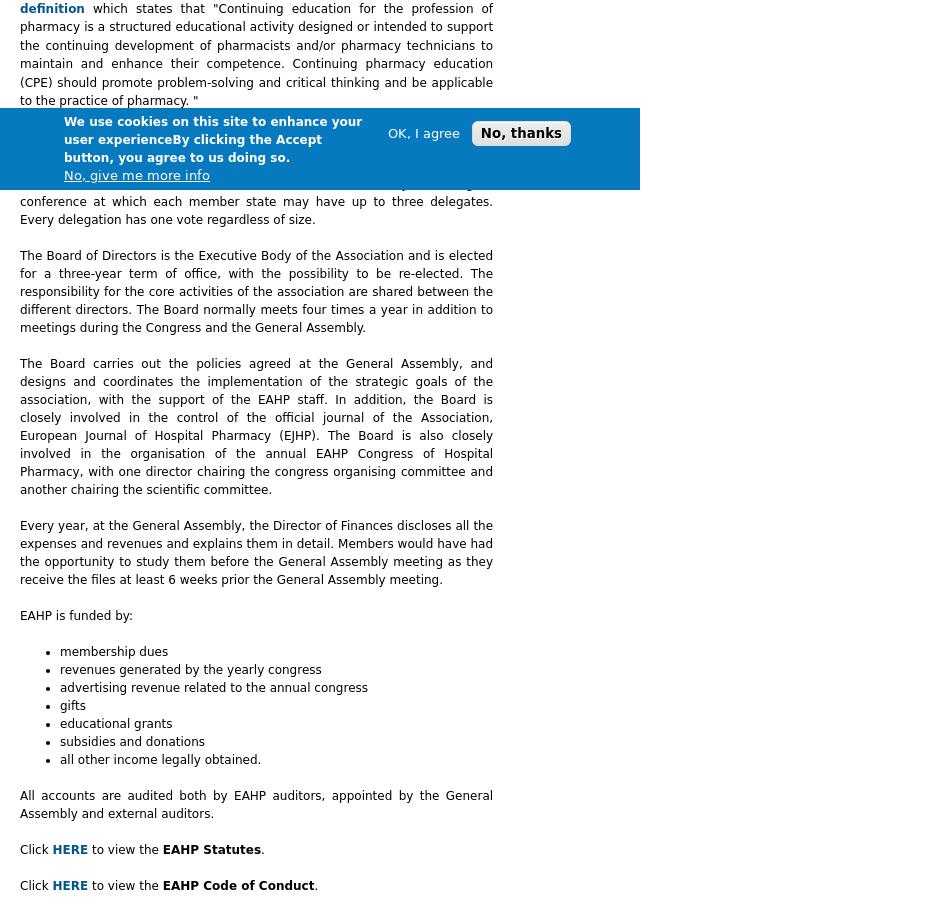 The image size is (930, 905). Describe the element at coordinates (423, 132) in the screenshot. I see `'OK, I agree'` at that location.